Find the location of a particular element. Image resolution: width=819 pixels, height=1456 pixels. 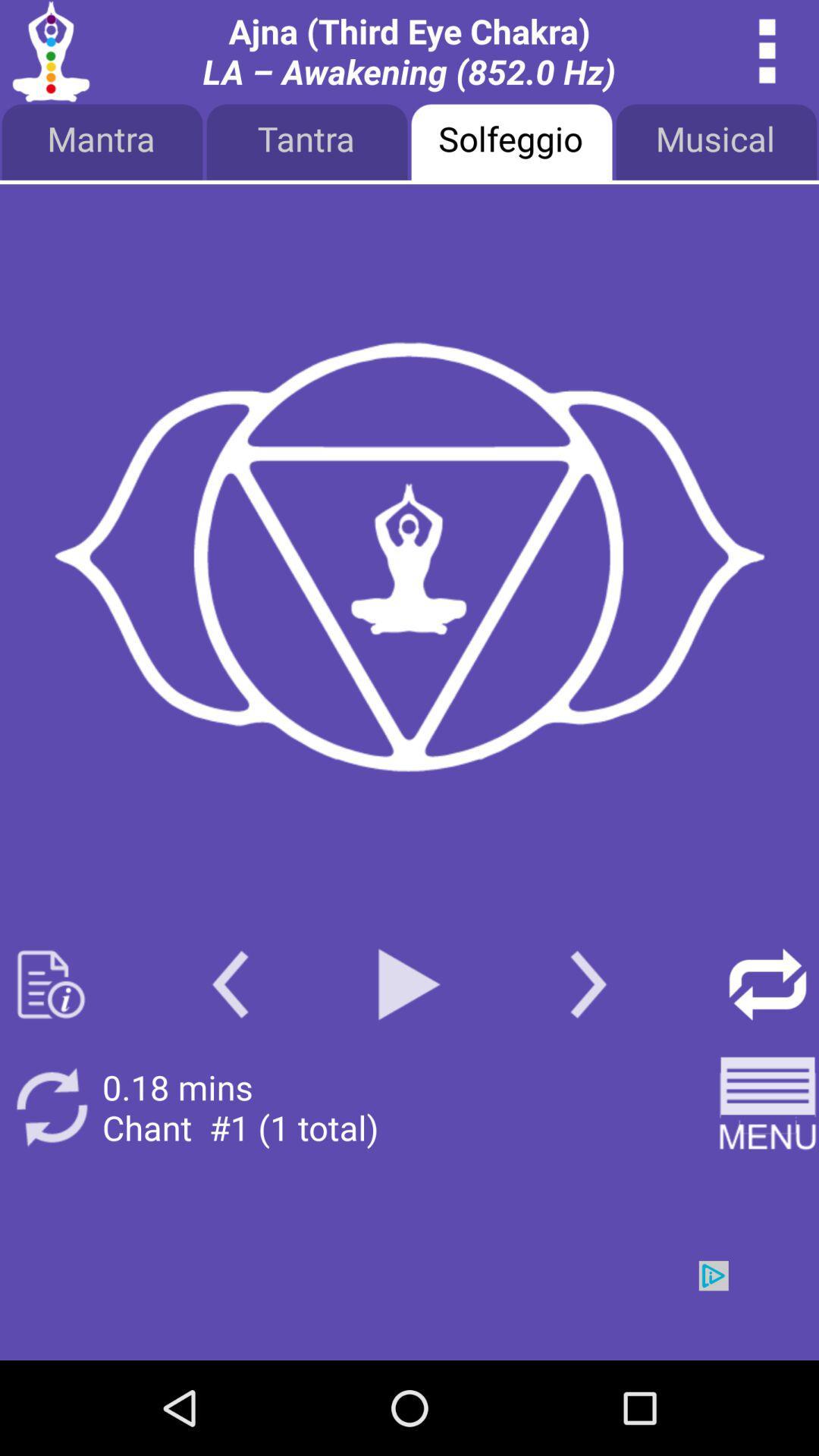

reload page is located at coordinates (767, 984).